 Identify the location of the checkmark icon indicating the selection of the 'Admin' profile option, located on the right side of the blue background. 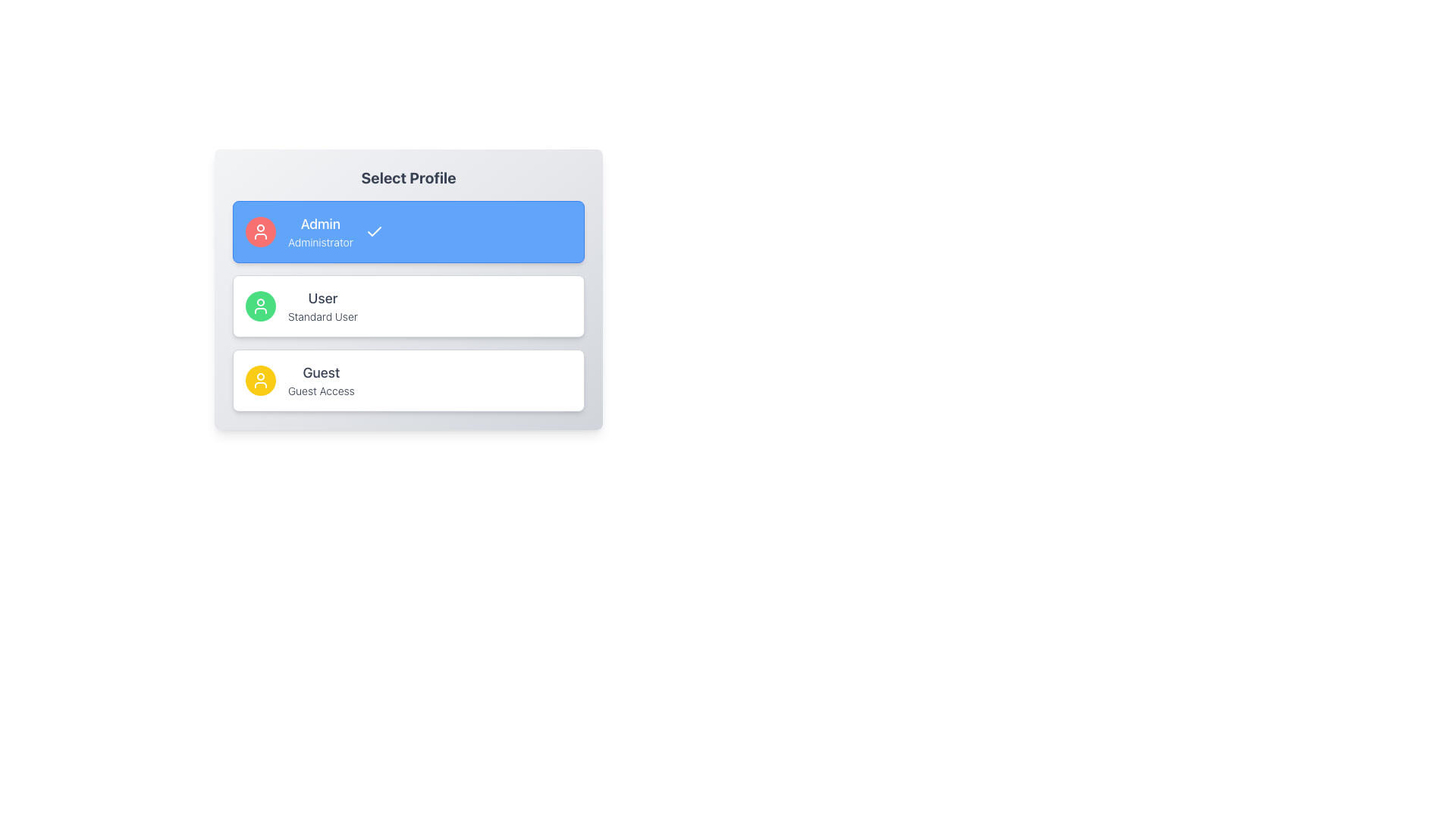
(374, 231).